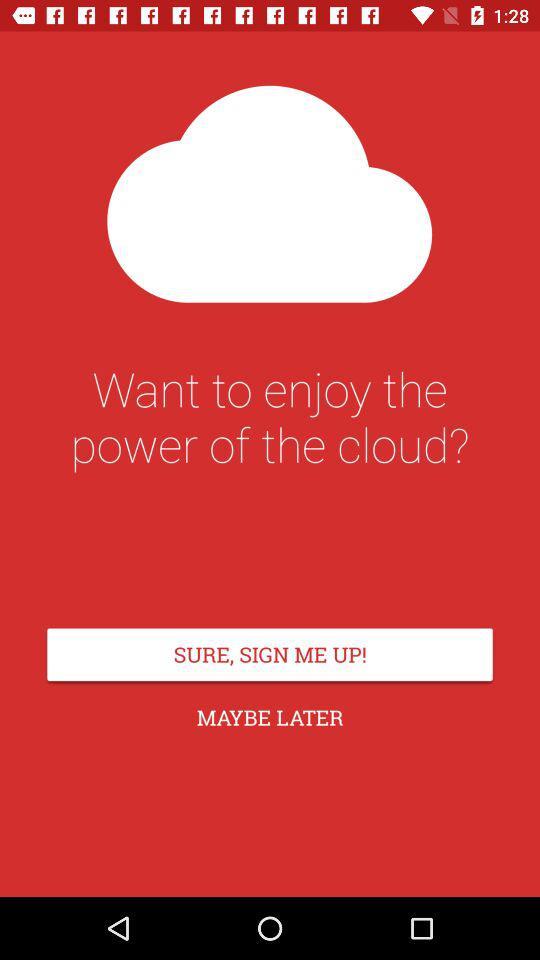 This screenshot has width=540, height=960. Describe the element at coordinates (270, 653) in the screenshot. I see `the icon below the want to enjoy icon` at that location.